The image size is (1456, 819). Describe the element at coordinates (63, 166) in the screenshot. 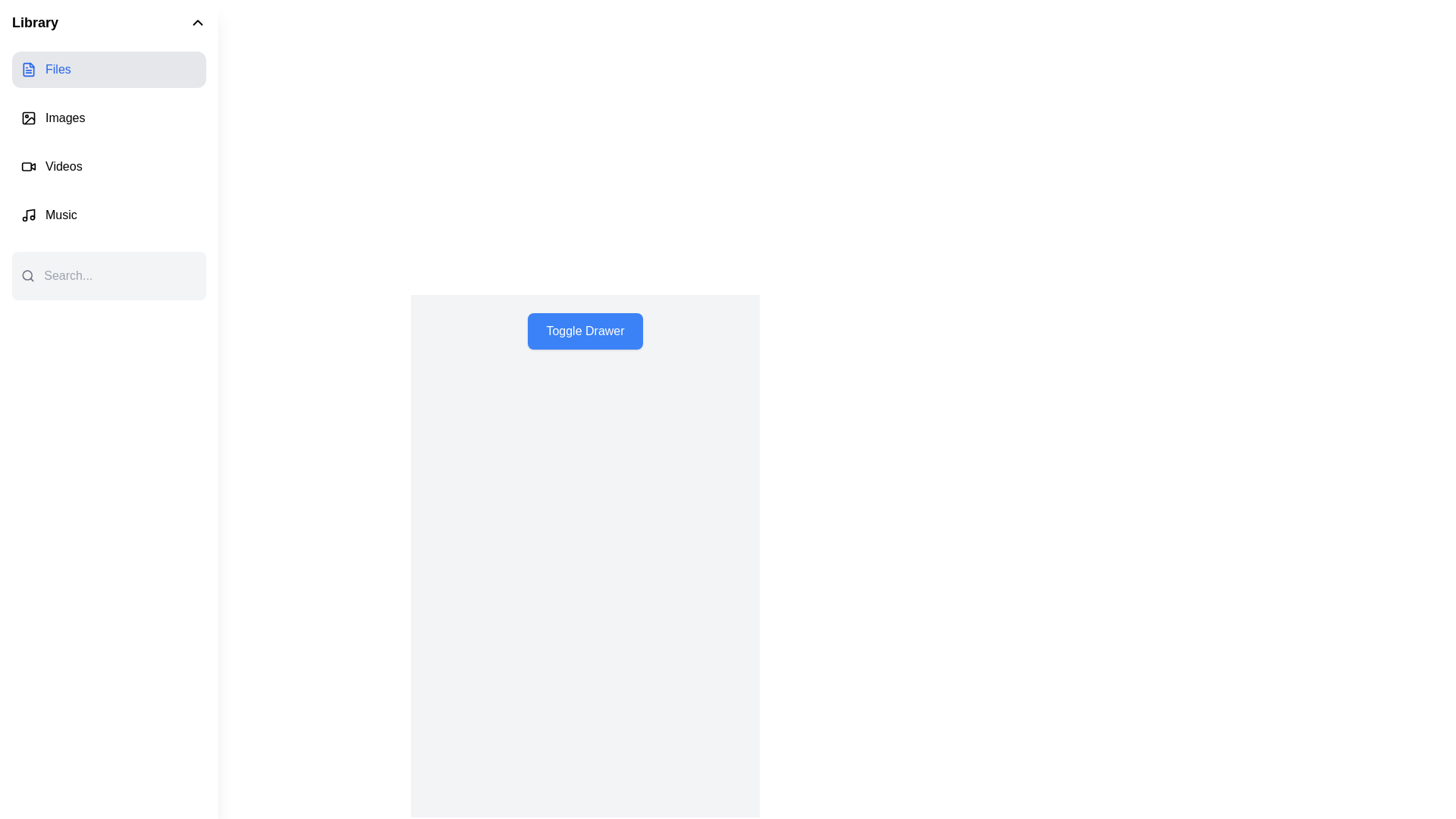

I see `the 'Videos' text label in the navigation menu` at that location.